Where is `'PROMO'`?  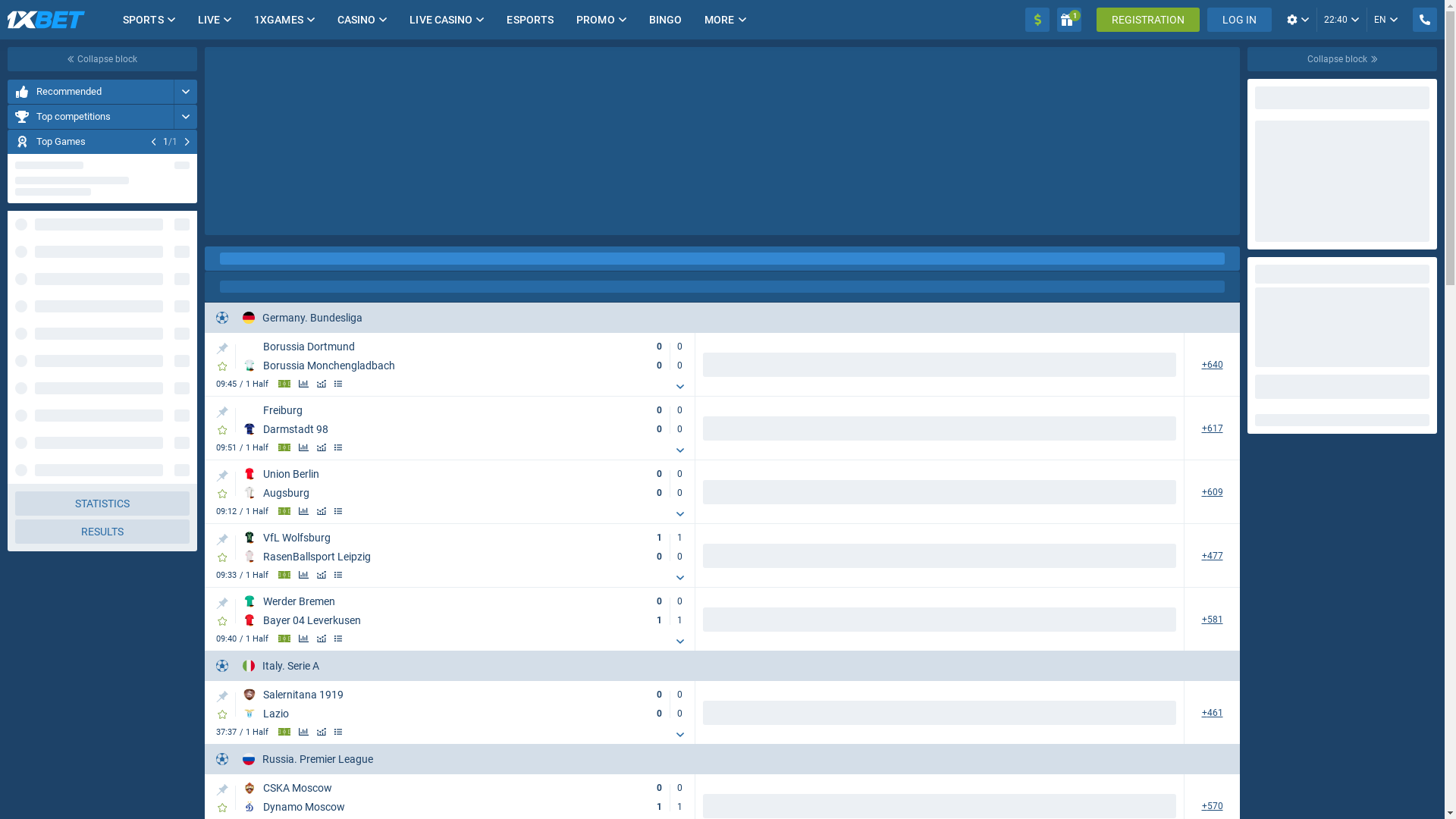 'PROMO' is located at coordinates (595, 20).